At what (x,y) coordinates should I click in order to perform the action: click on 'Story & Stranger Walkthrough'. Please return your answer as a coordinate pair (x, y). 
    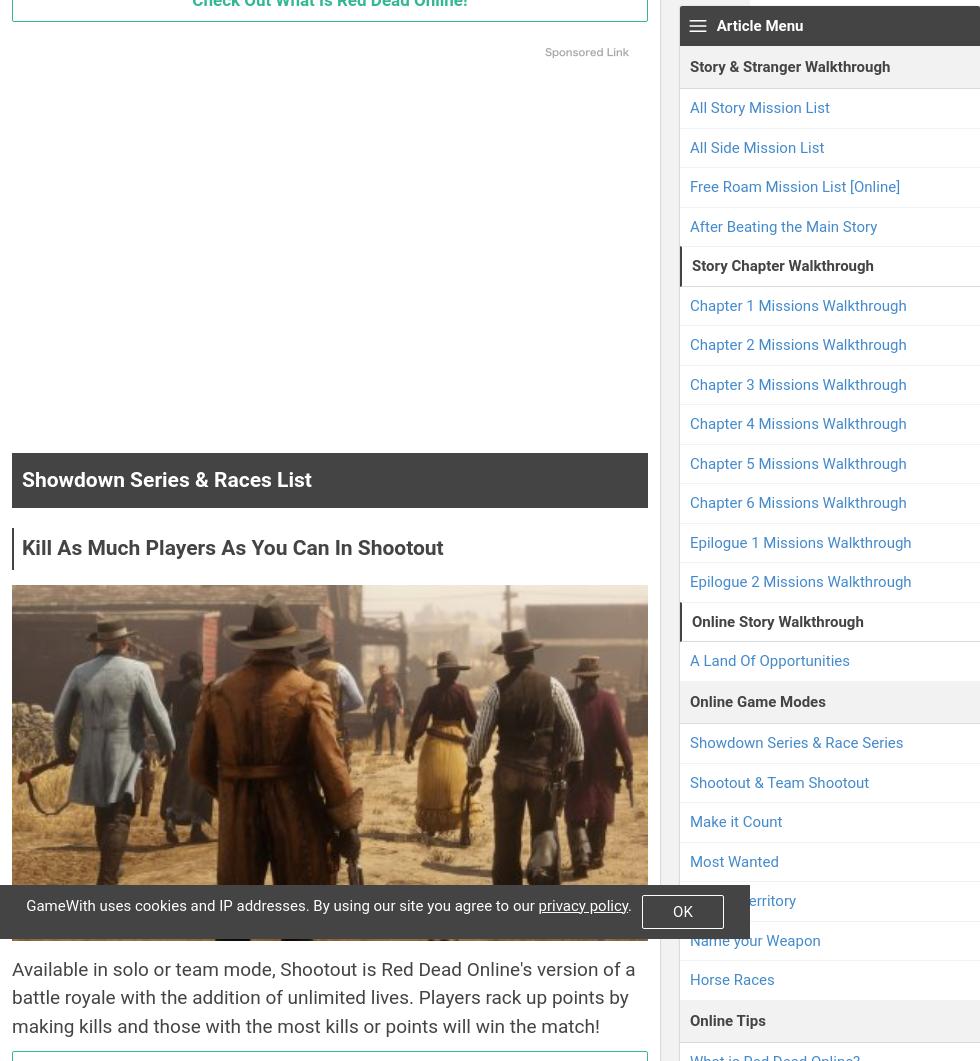
    Looking at the image, I should click on (789, 65).